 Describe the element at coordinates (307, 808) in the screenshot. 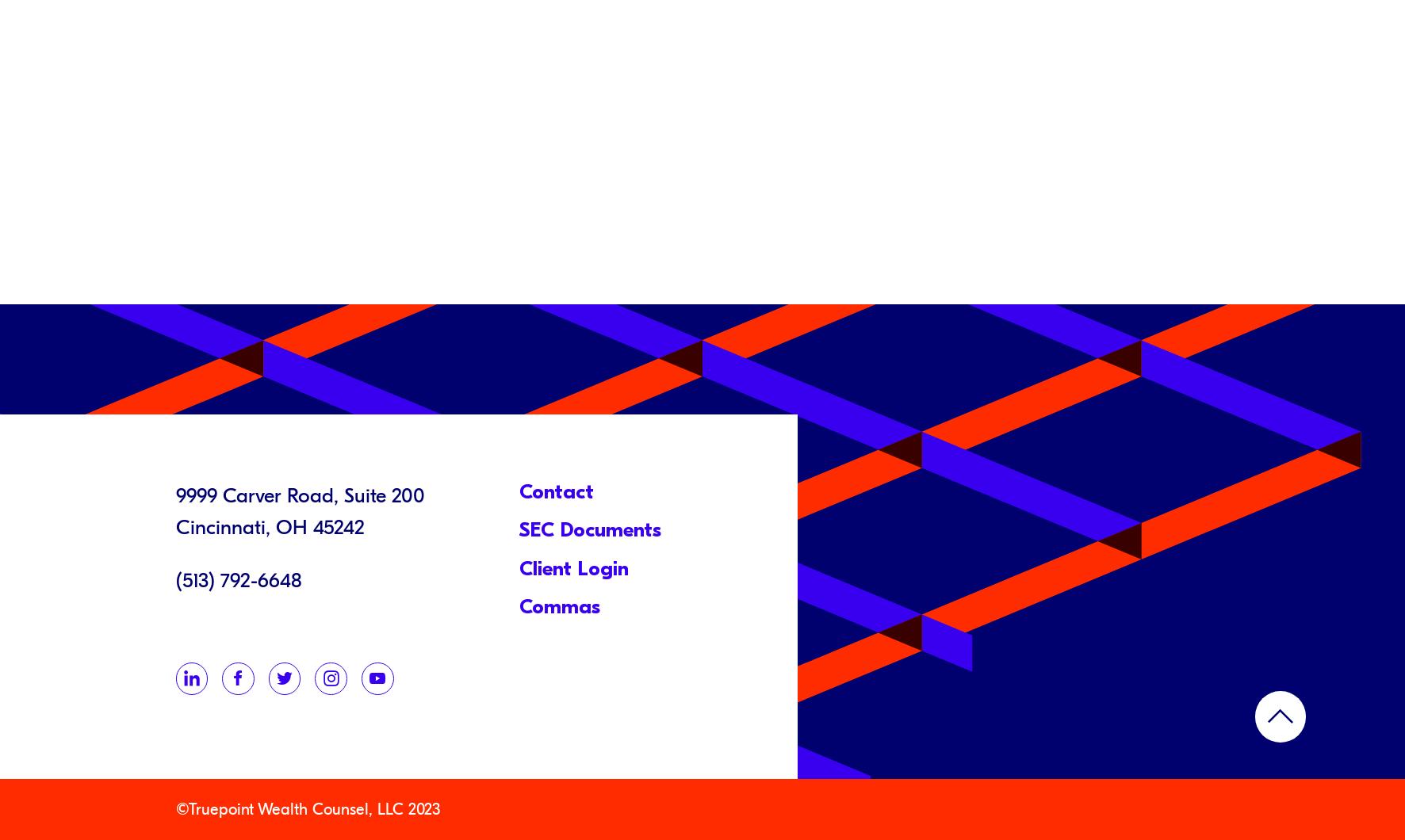

I see `'©Truepoint Wealth Counsel, LLC 2023'` at that location.